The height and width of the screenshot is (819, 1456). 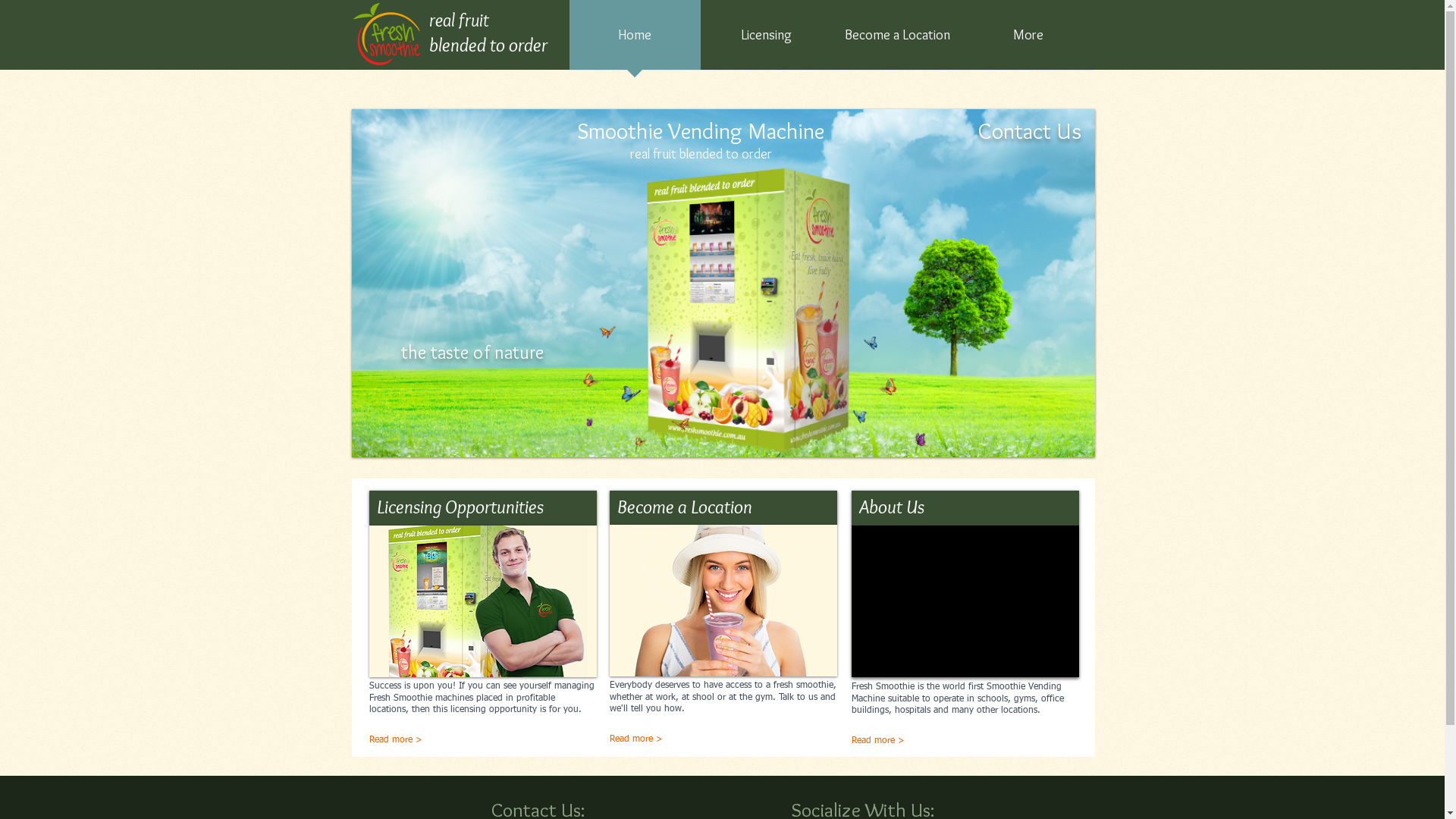 What do you see at coordinates (916, 741) in the screenshot?
I see `'Read more >'` at bounding box center [916, 741].